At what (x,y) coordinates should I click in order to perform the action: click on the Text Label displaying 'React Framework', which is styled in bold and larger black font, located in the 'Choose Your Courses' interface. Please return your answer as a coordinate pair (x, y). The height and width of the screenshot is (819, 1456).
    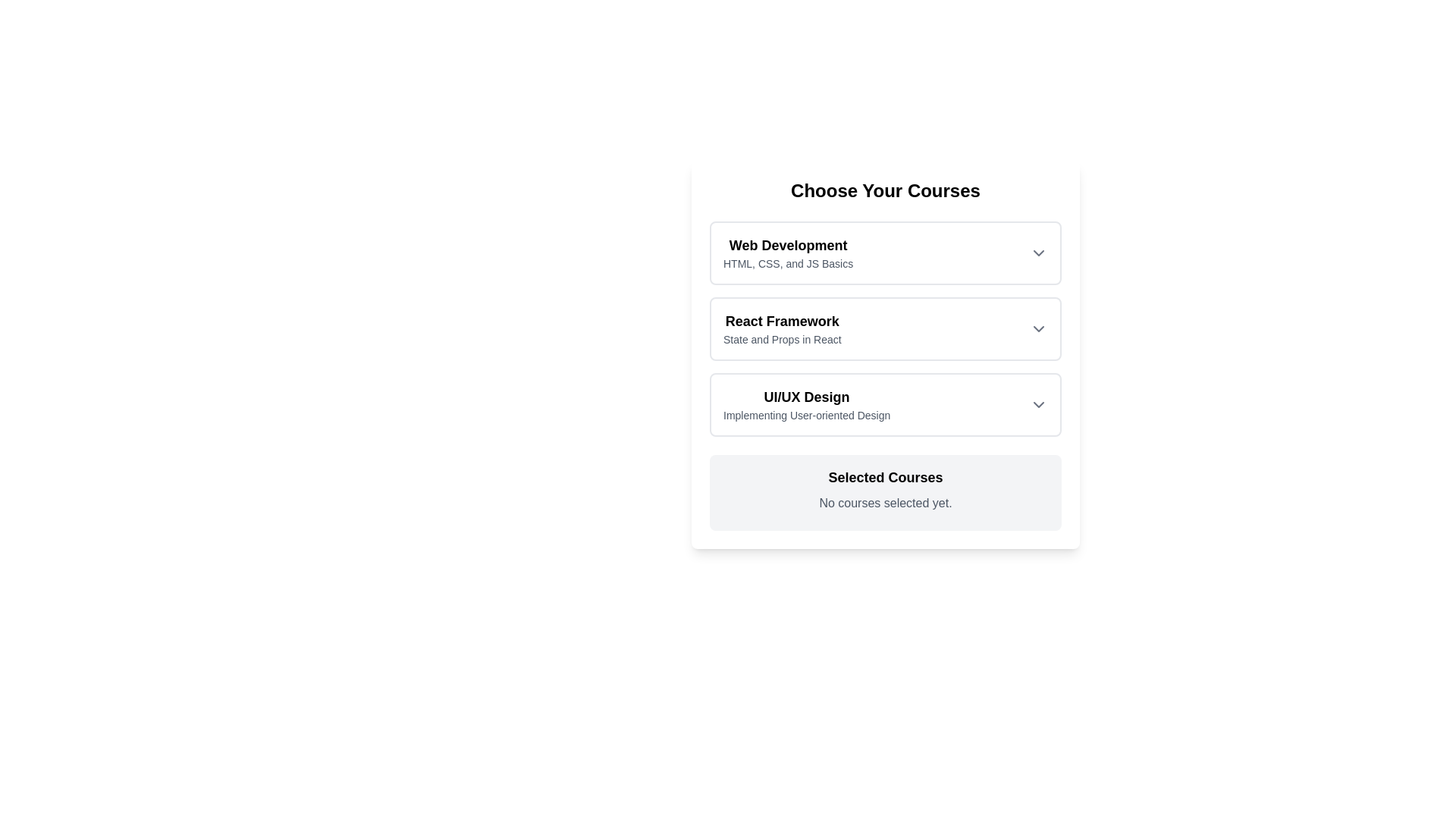
    Looking at the image, I should click on (782, 321).